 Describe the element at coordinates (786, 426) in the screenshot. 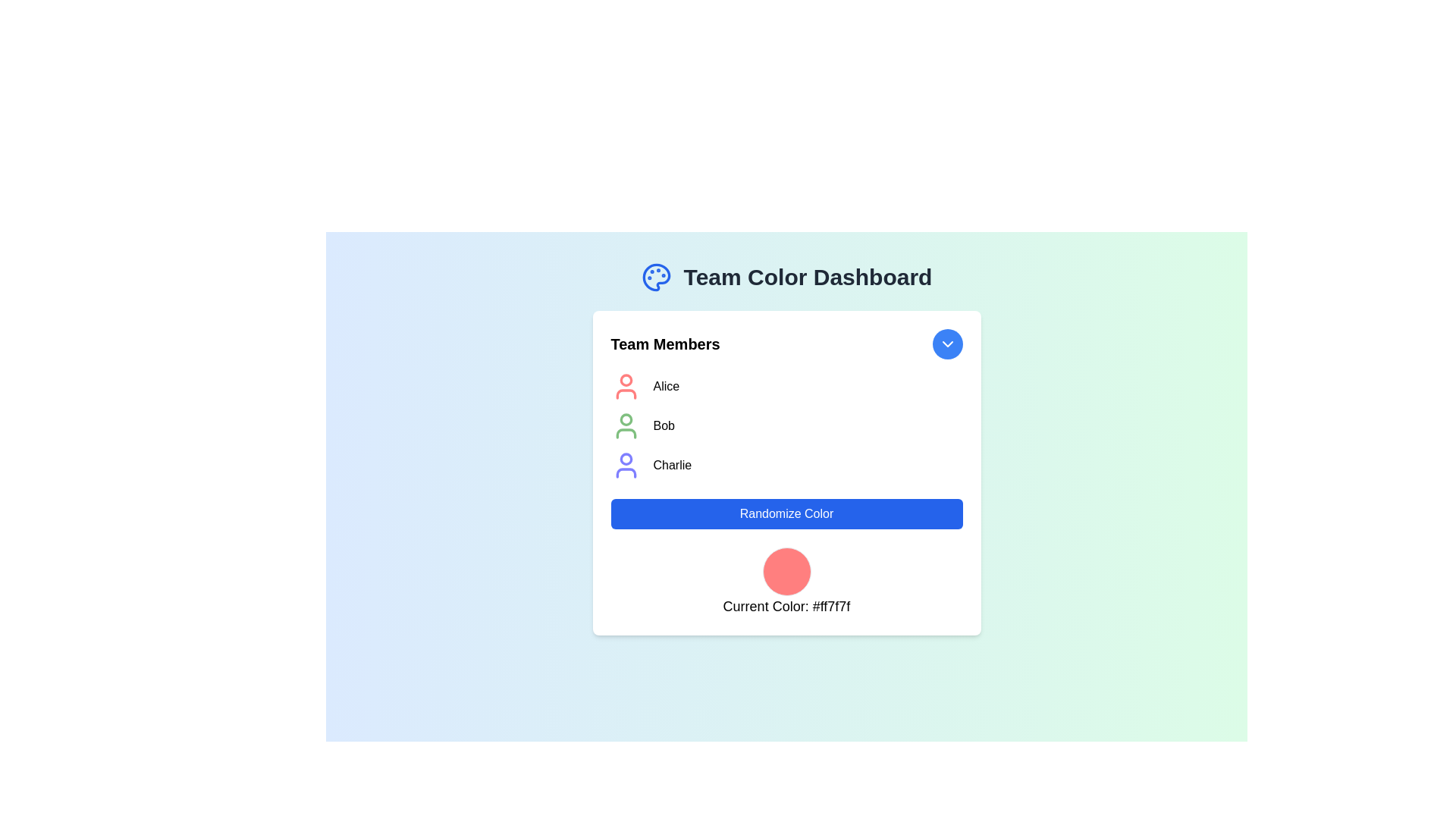

I see `a team member's name in the centrally located list under the 'Team Members' section to interact` at that location.